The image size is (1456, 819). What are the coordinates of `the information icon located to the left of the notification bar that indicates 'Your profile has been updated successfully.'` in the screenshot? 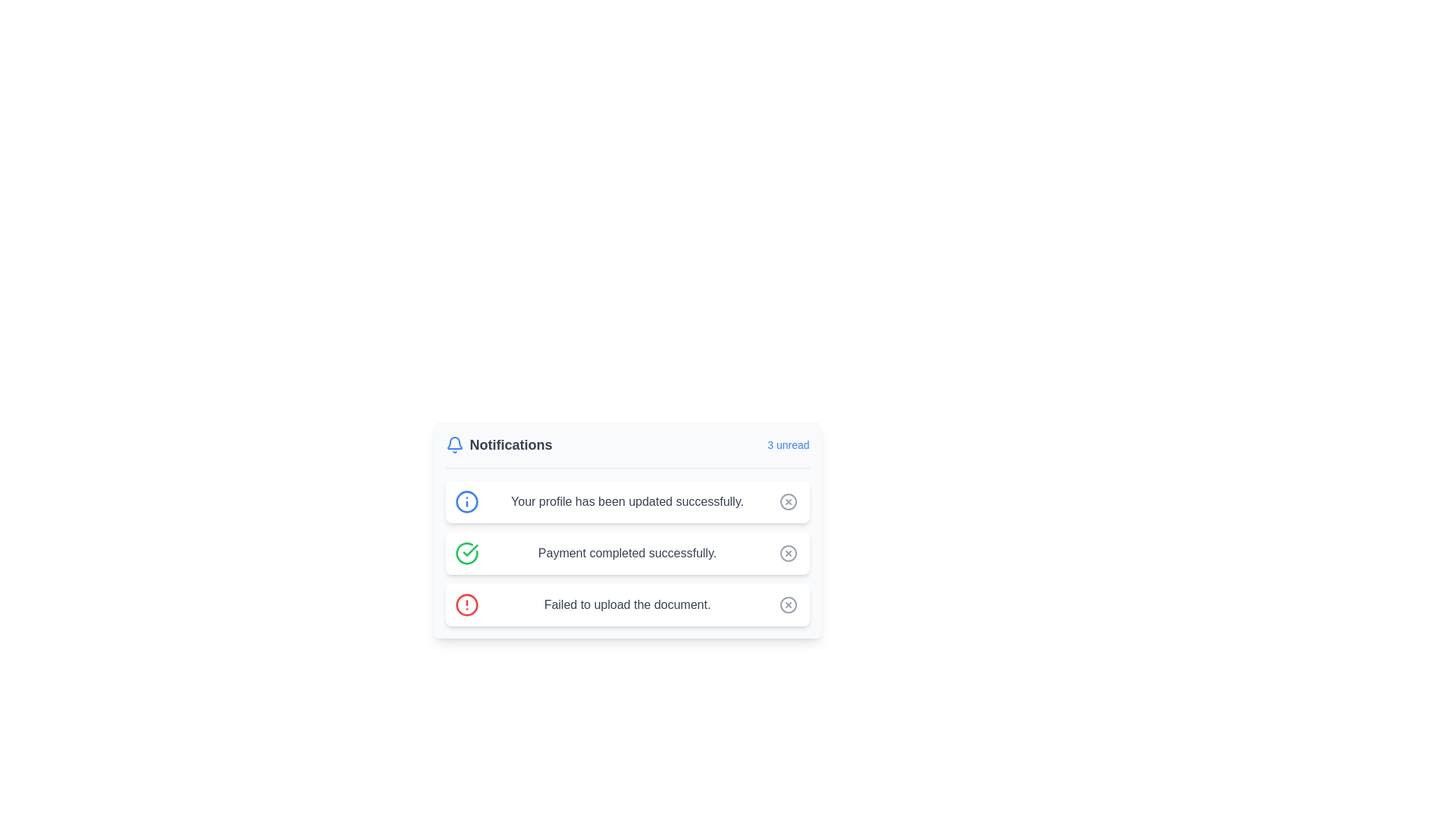 It's located at (466, 502).